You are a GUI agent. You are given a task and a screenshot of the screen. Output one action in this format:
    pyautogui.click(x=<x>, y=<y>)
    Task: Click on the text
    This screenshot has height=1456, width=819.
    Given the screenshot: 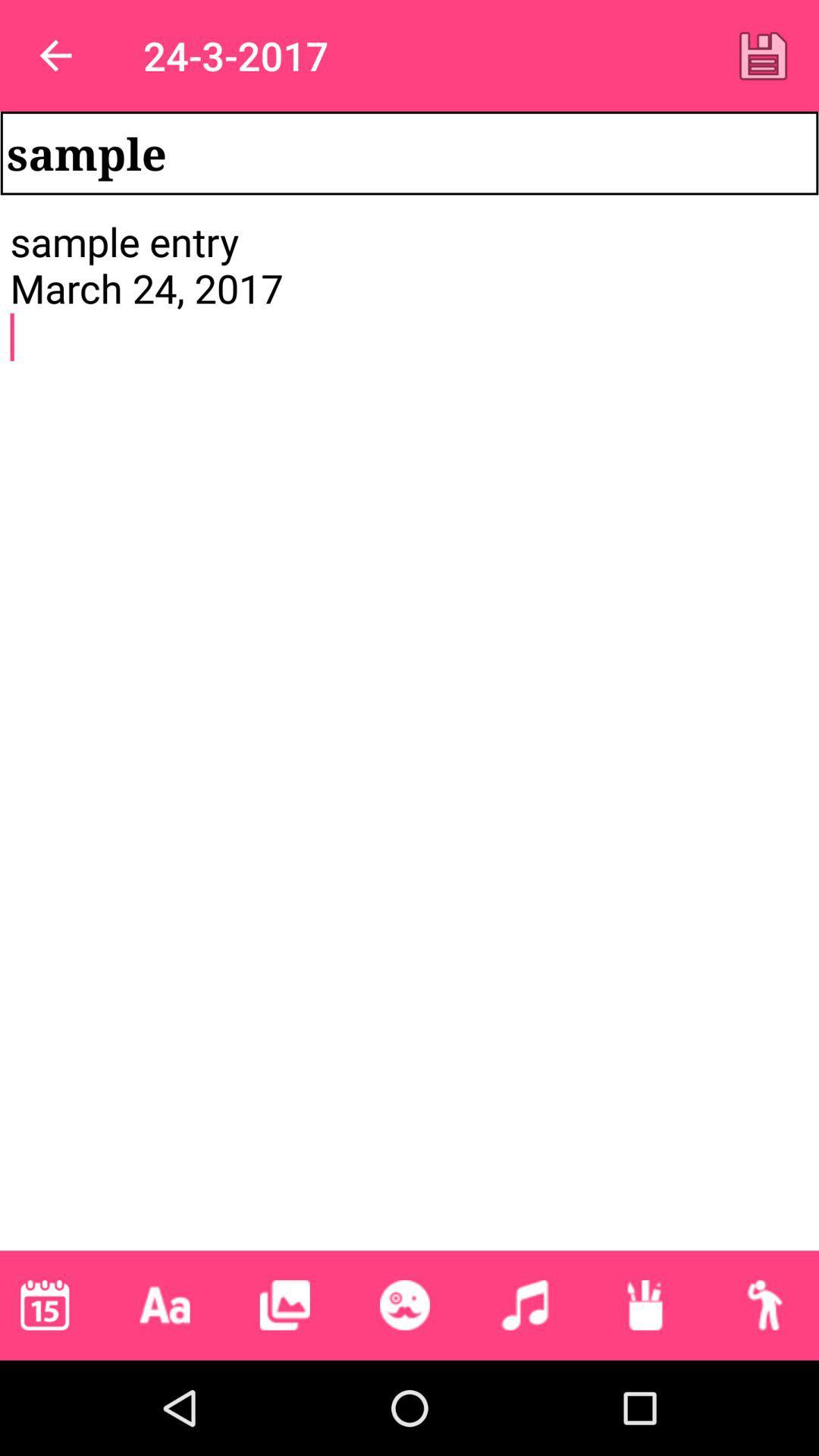 What is the action you would take?
    pyautogui.click(x=763, y=55)
    